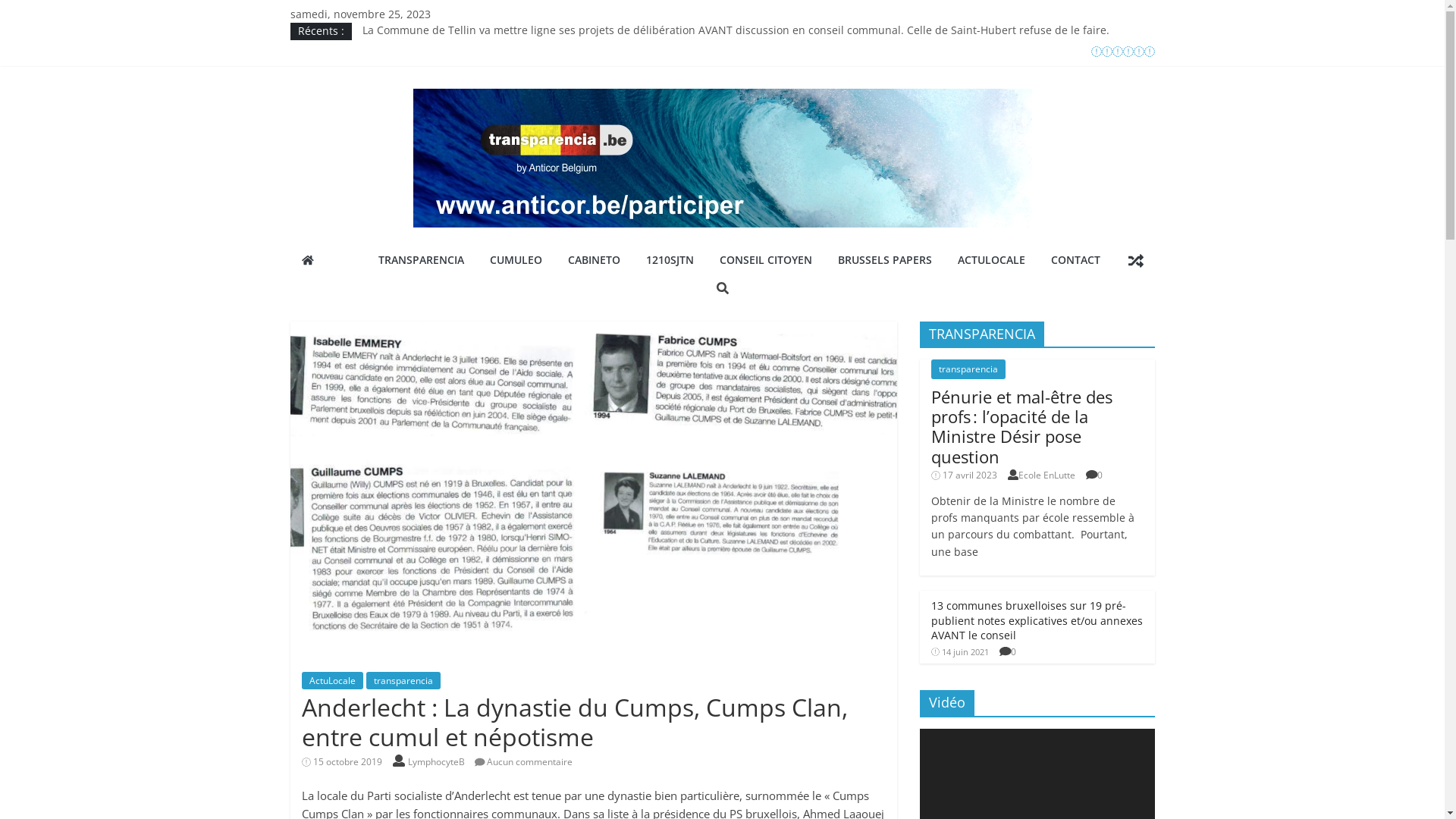 The width and height of the screenshot is (1456, 819). Describe the element at coordinates (341, 761) in the screenshot. I see `'15 octobre 2019'` at that location.